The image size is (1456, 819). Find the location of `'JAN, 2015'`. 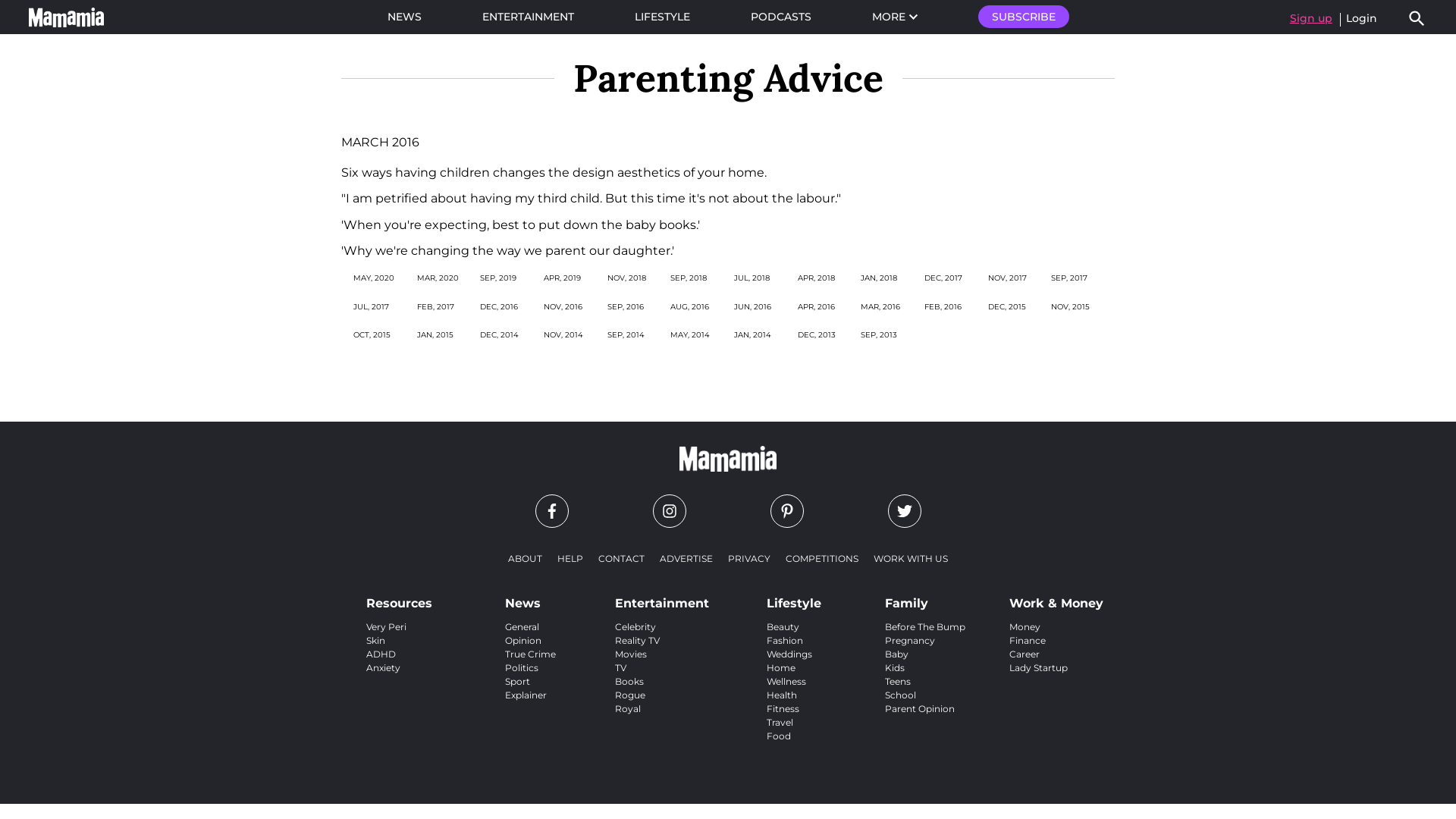

'JAN, 2015' is located at coordinates (435, 334).